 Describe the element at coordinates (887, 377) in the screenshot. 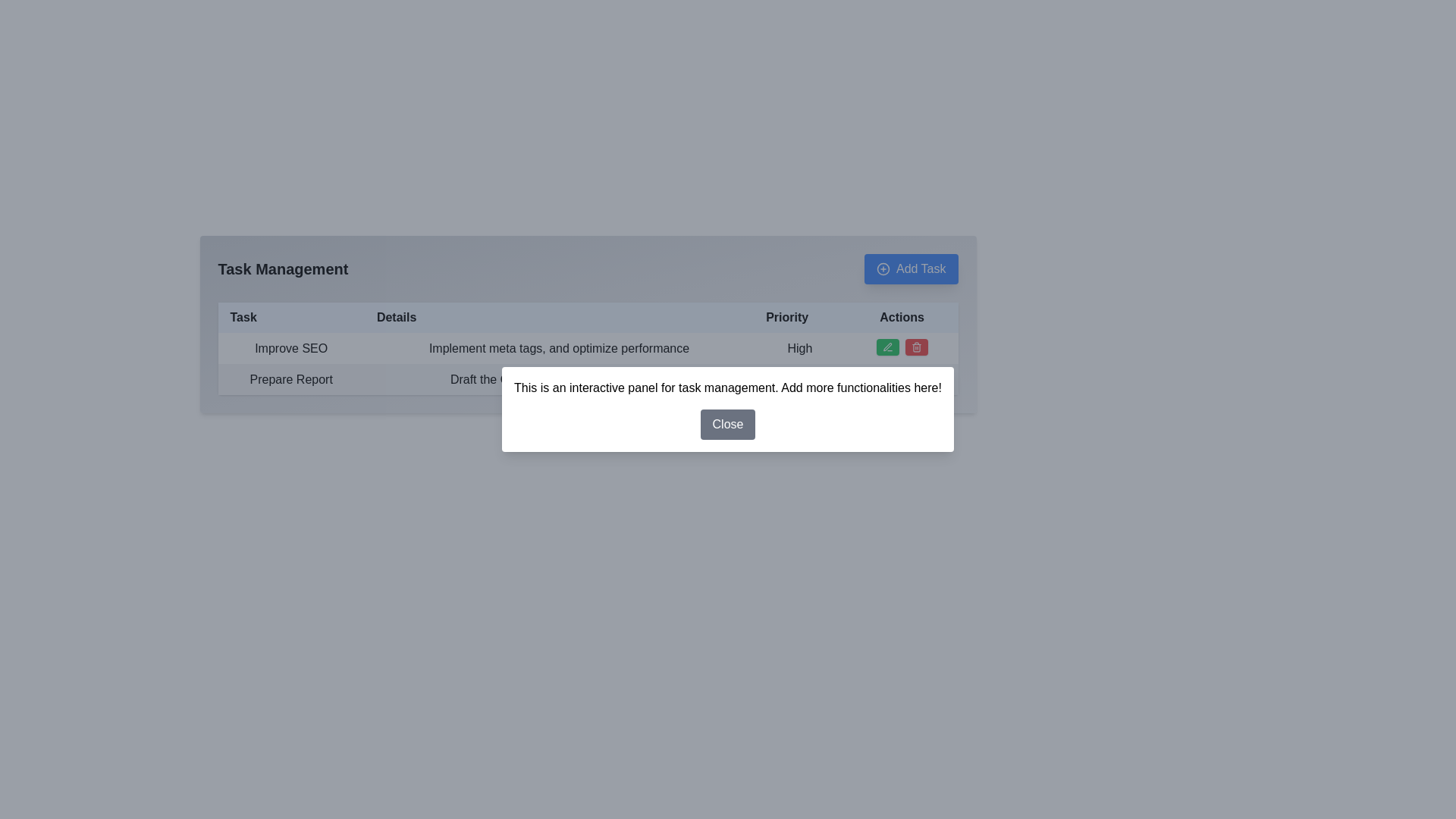

I see `the pen icon within the button located in the Actions column of the first row of the table to initiate editing` at that location.